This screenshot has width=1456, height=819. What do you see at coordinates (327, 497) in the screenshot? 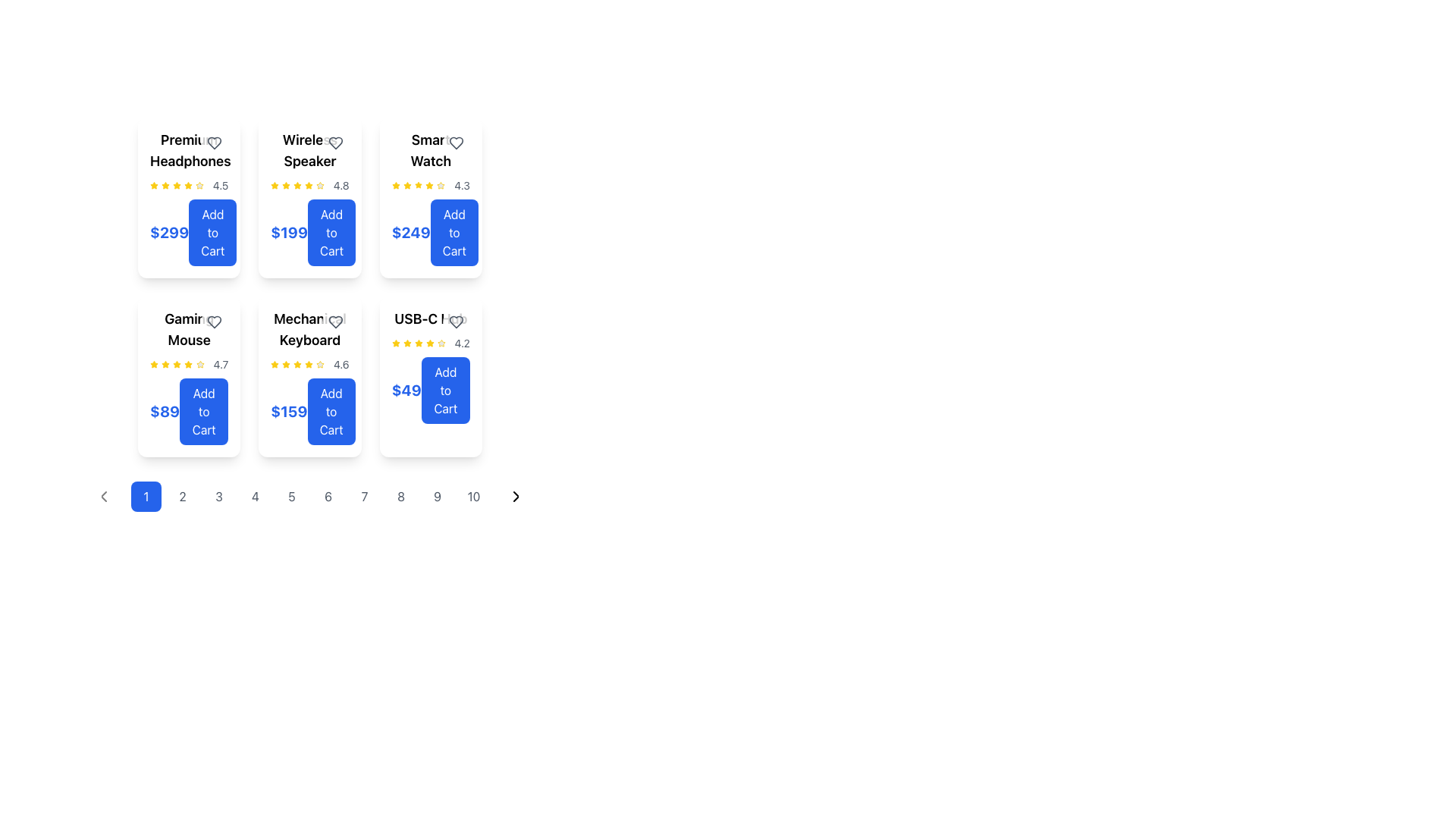
I see `the circular button displaying the number '6' to observe the background change effect` at bounding box center [327, 497].